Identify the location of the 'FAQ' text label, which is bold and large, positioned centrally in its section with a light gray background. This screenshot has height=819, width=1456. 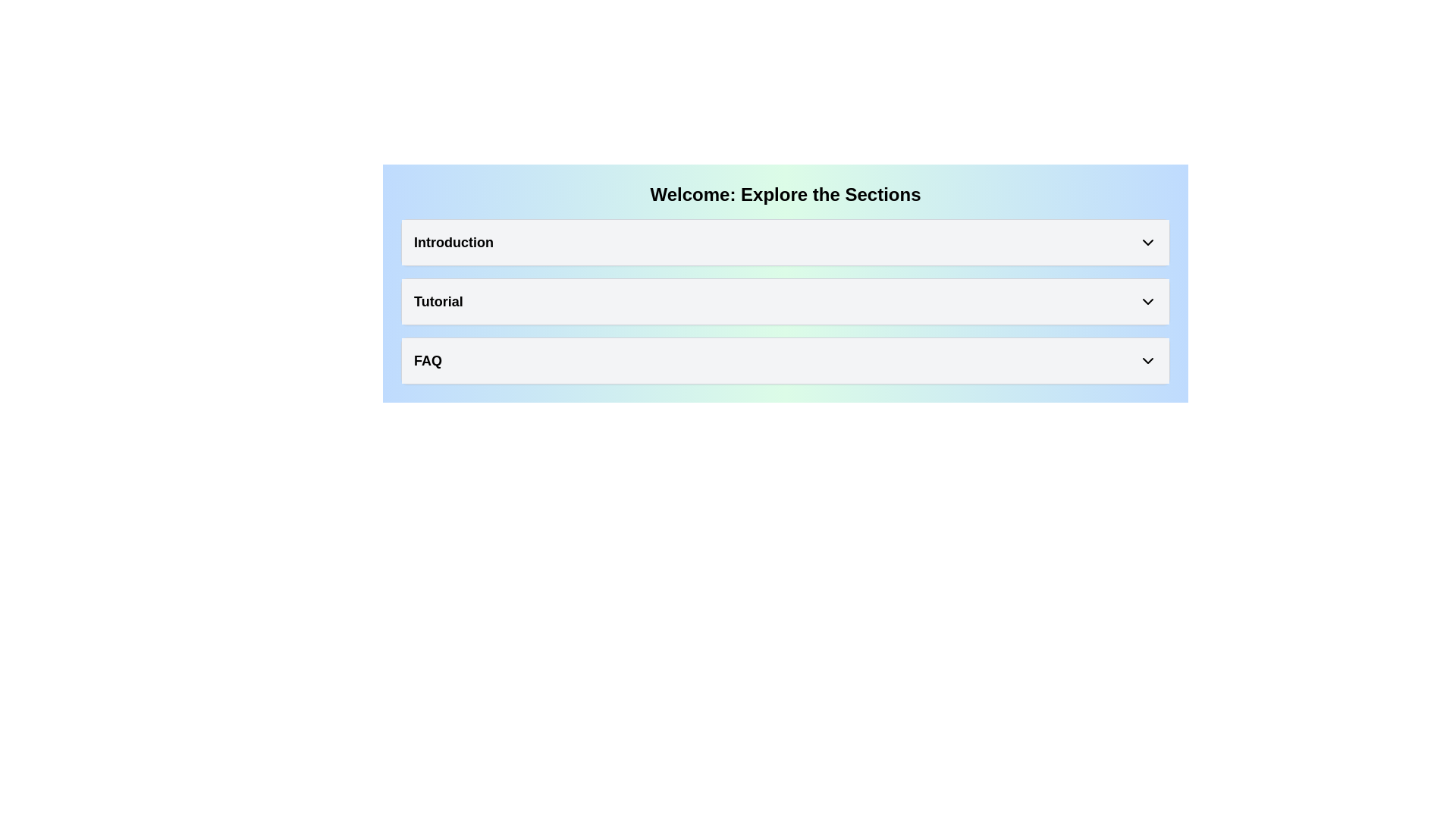
(427, 360).